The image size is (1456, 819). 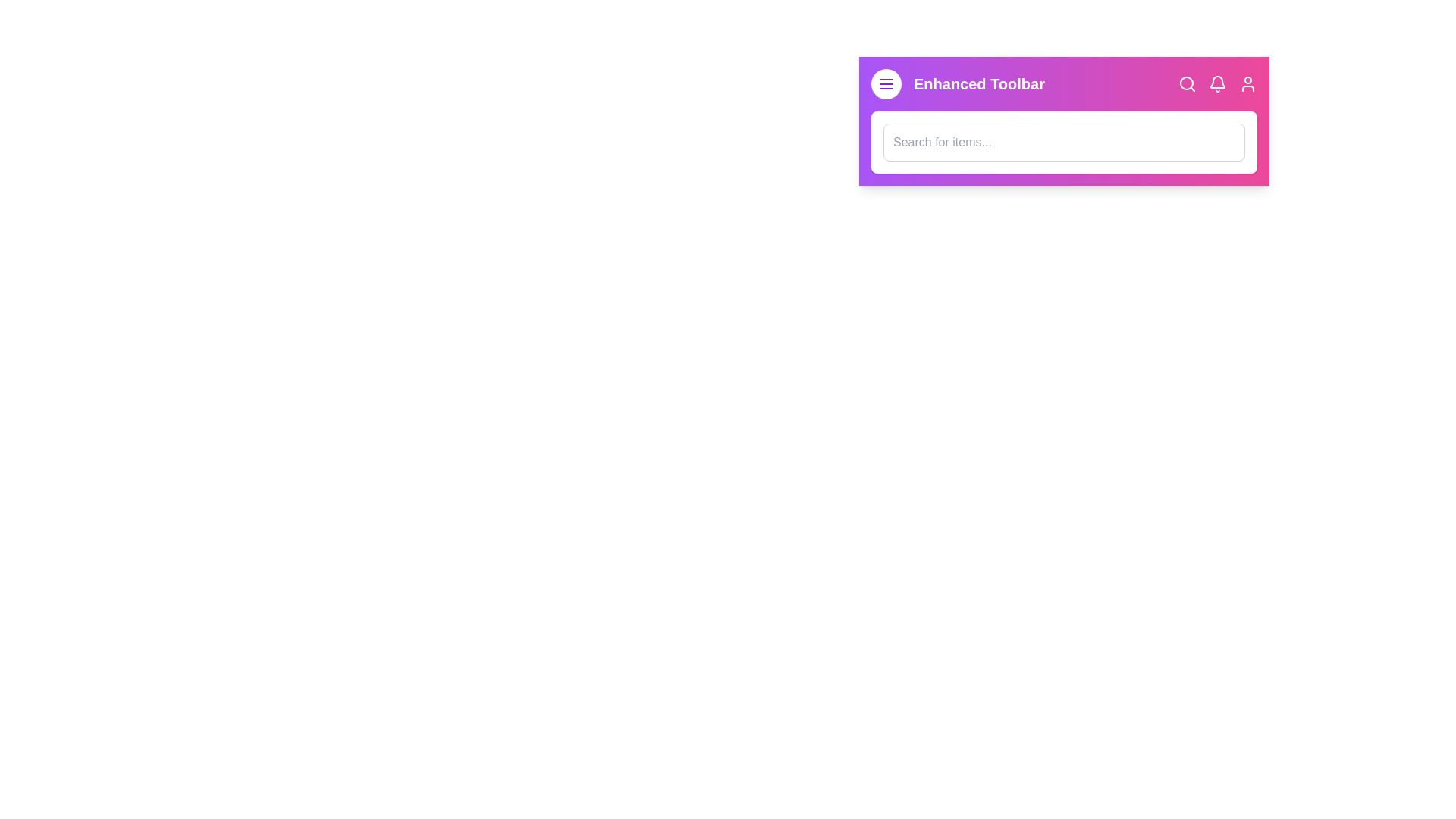 I want to click on the search icon to initiate a search, so click(x=1186, y=84).